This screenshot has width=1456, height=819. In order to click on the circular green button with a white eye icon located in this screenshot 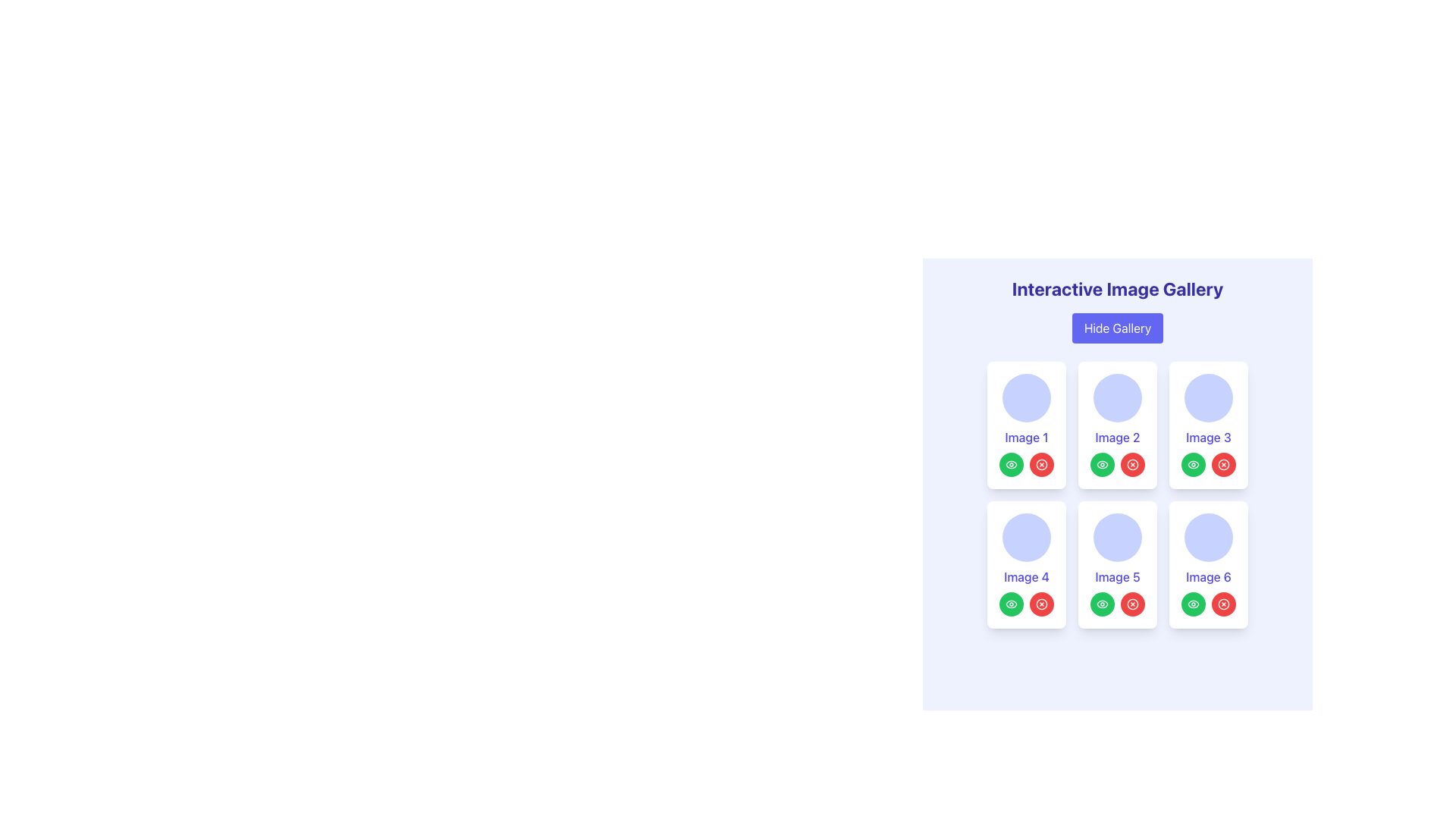, I will do `click(1103, 604)`.